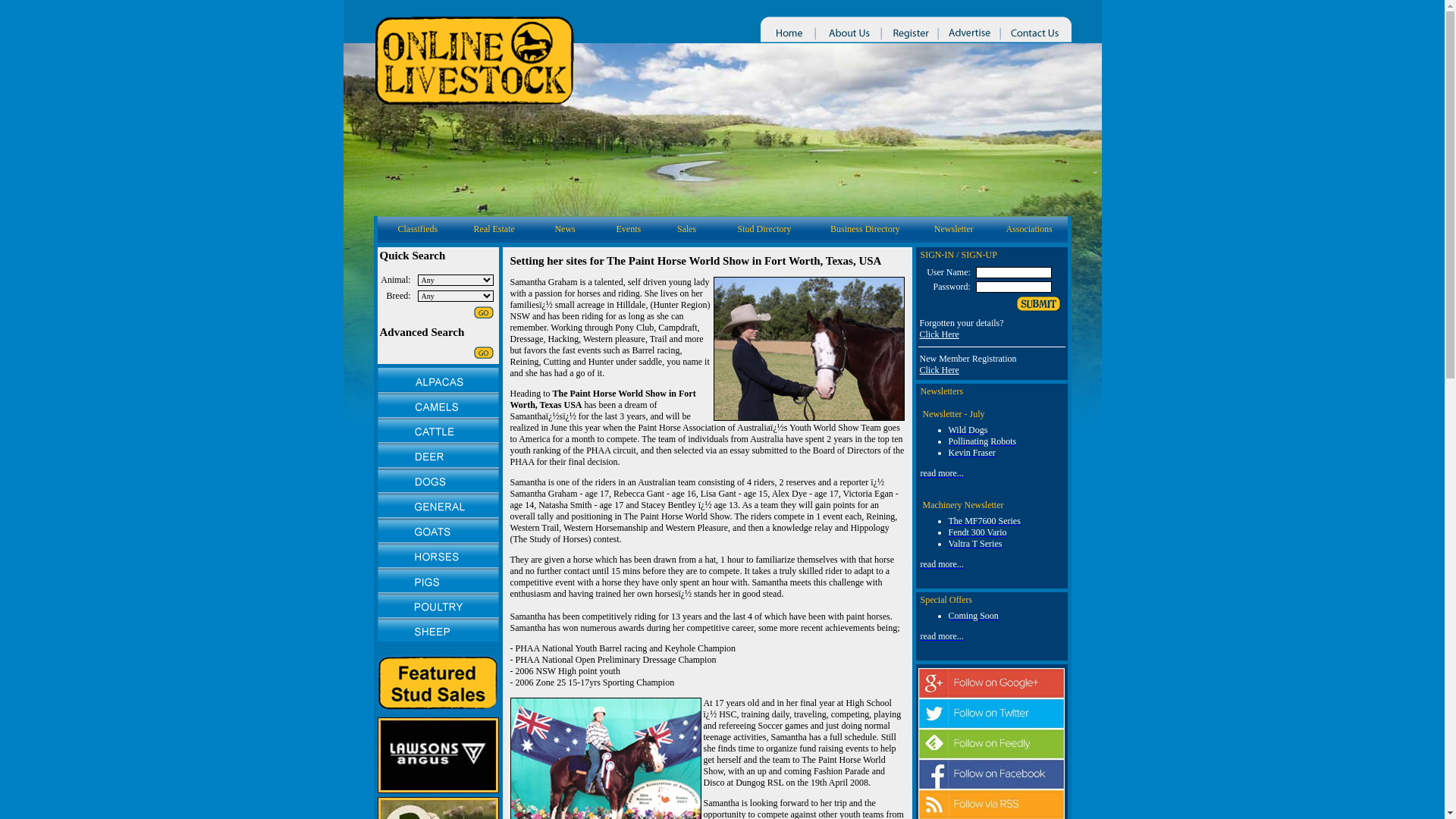 This screenshot has height=819, width=1456. What do you see at coordinates (938, 370) in the screenshot?
I see `'Click Here'` at bounding box center [938, 370].